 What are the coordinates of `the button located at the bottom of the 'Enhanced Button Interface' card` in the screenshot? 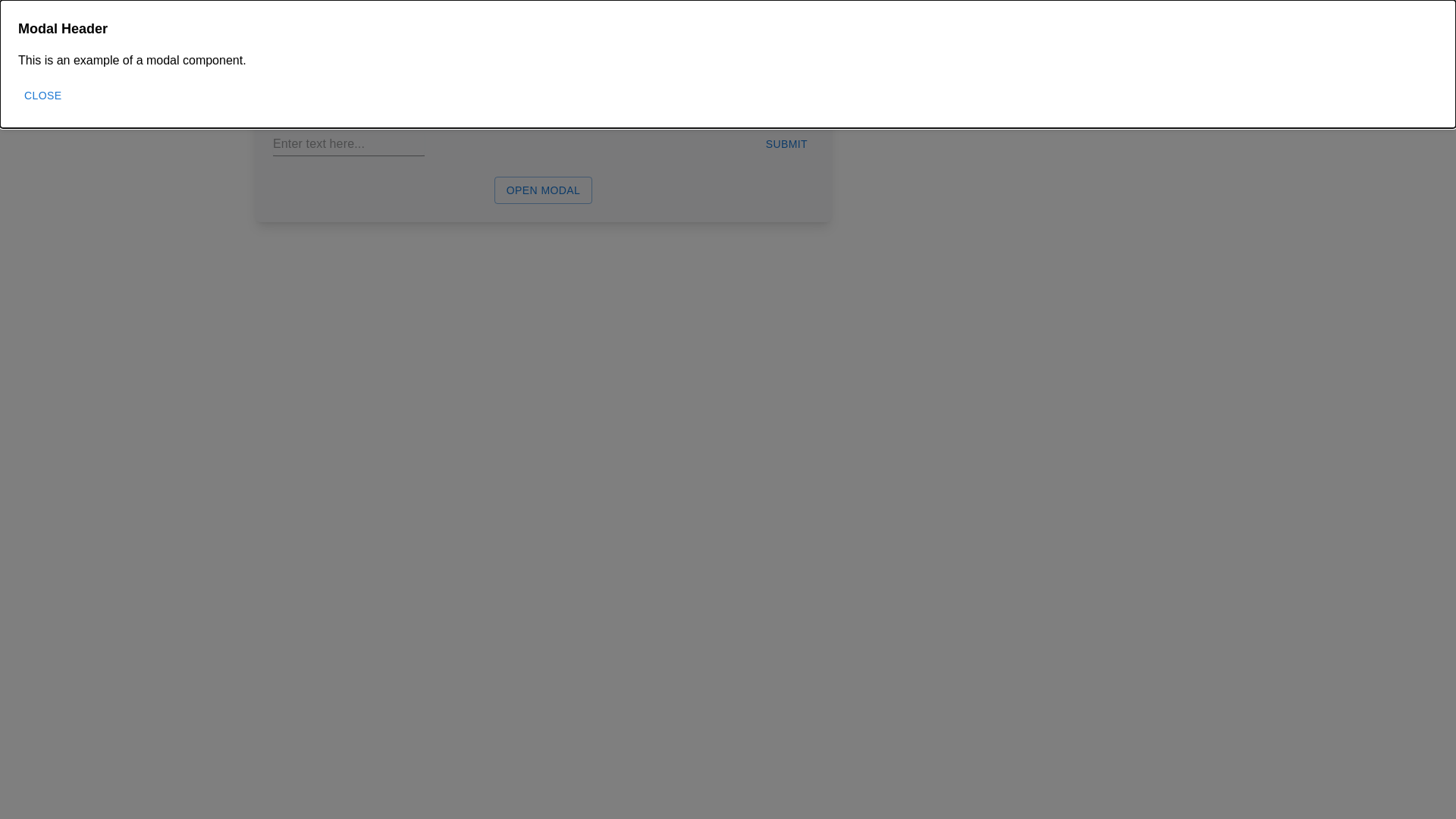 It's located at (543, 186).